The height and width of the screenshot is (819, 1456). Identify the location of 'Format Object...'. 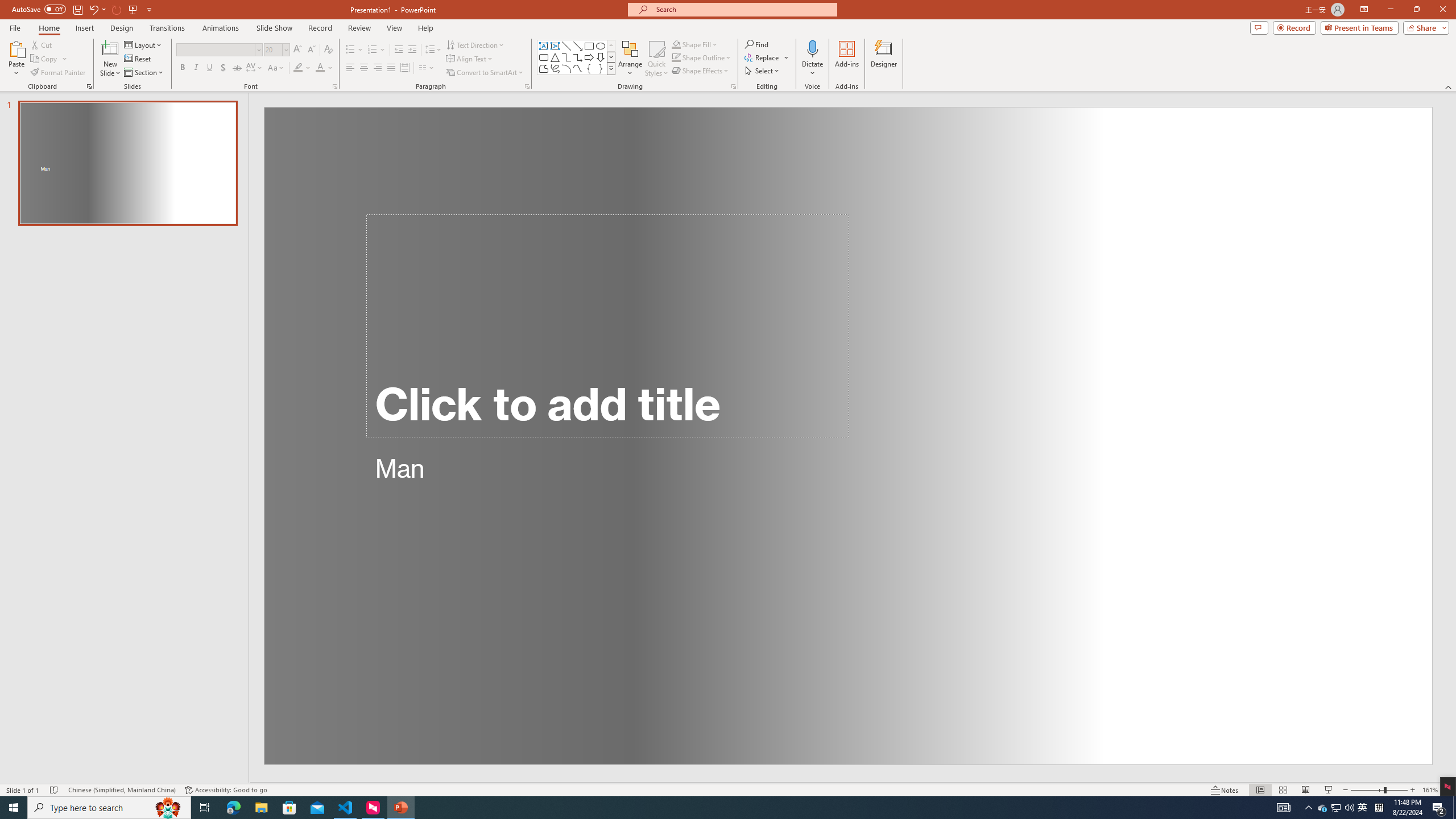
(733, 85).